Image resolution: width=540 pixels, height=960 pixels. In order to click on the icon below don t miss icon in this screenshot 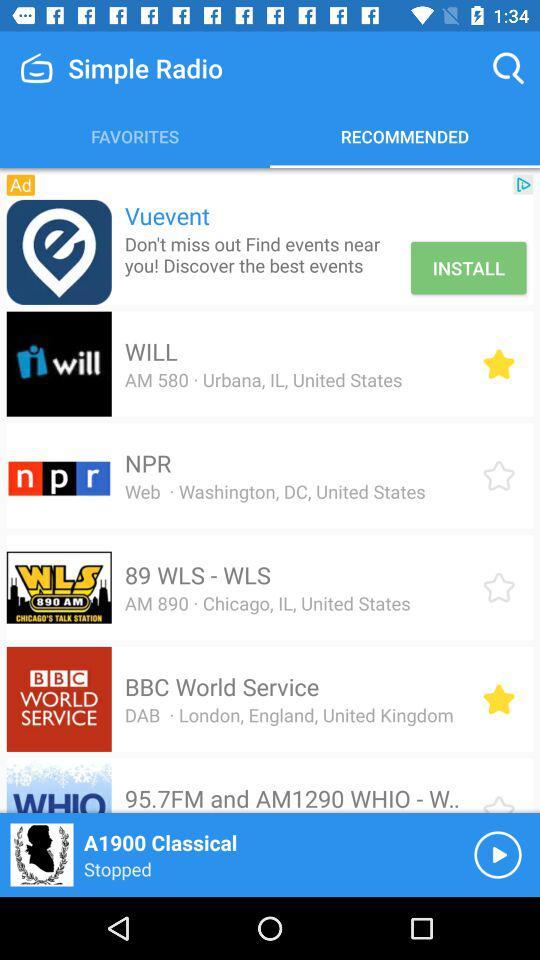, I will do `click(150, 351)`.